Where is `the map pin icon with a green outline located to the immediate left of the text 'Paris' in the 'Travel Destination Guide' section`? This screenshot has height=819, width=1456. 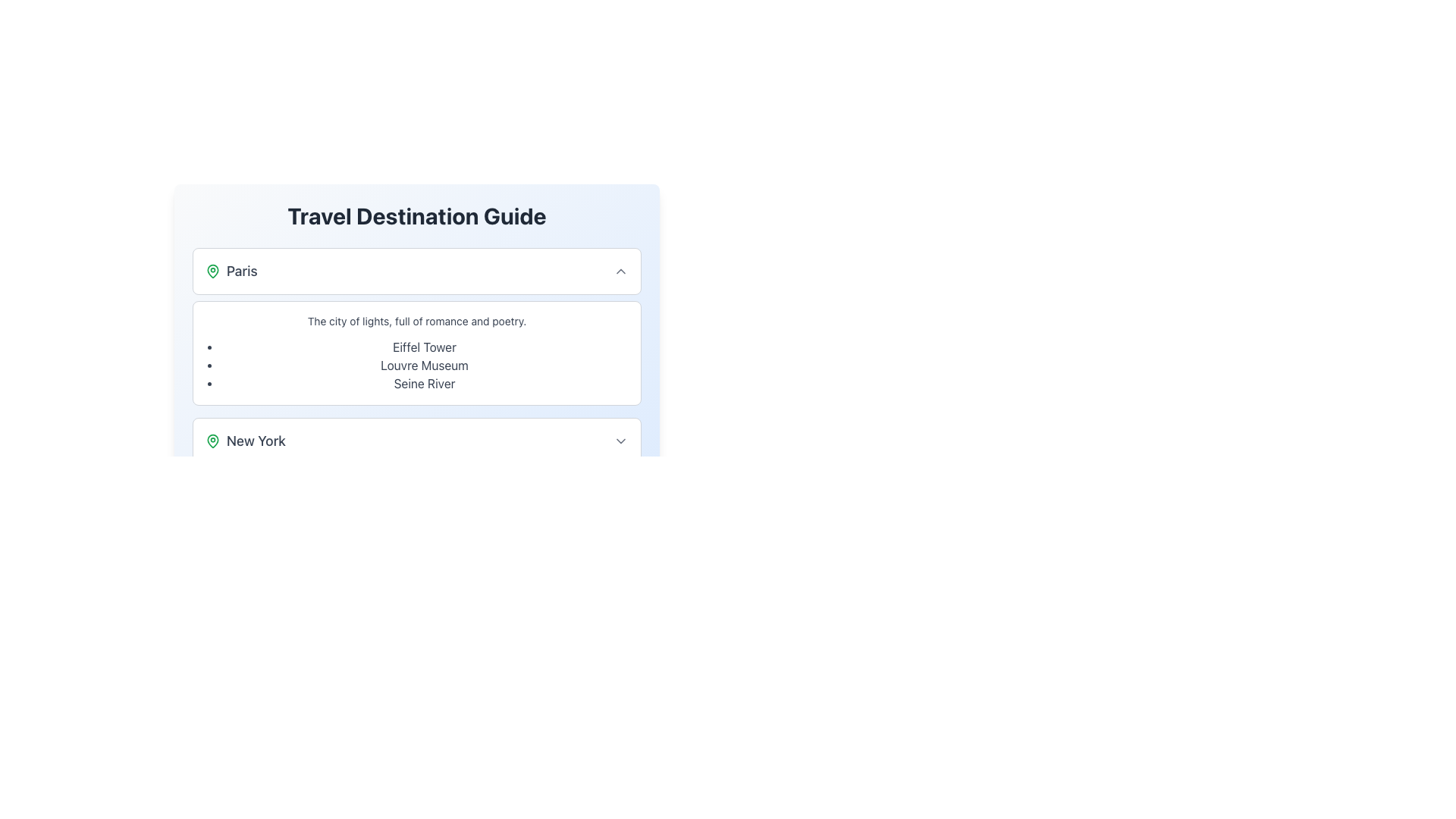 the map pin icon with a green outline located to the immediate left of the text 'Paris' in the 'Travel Destination Guide' section is located at coordinates (212, 271).